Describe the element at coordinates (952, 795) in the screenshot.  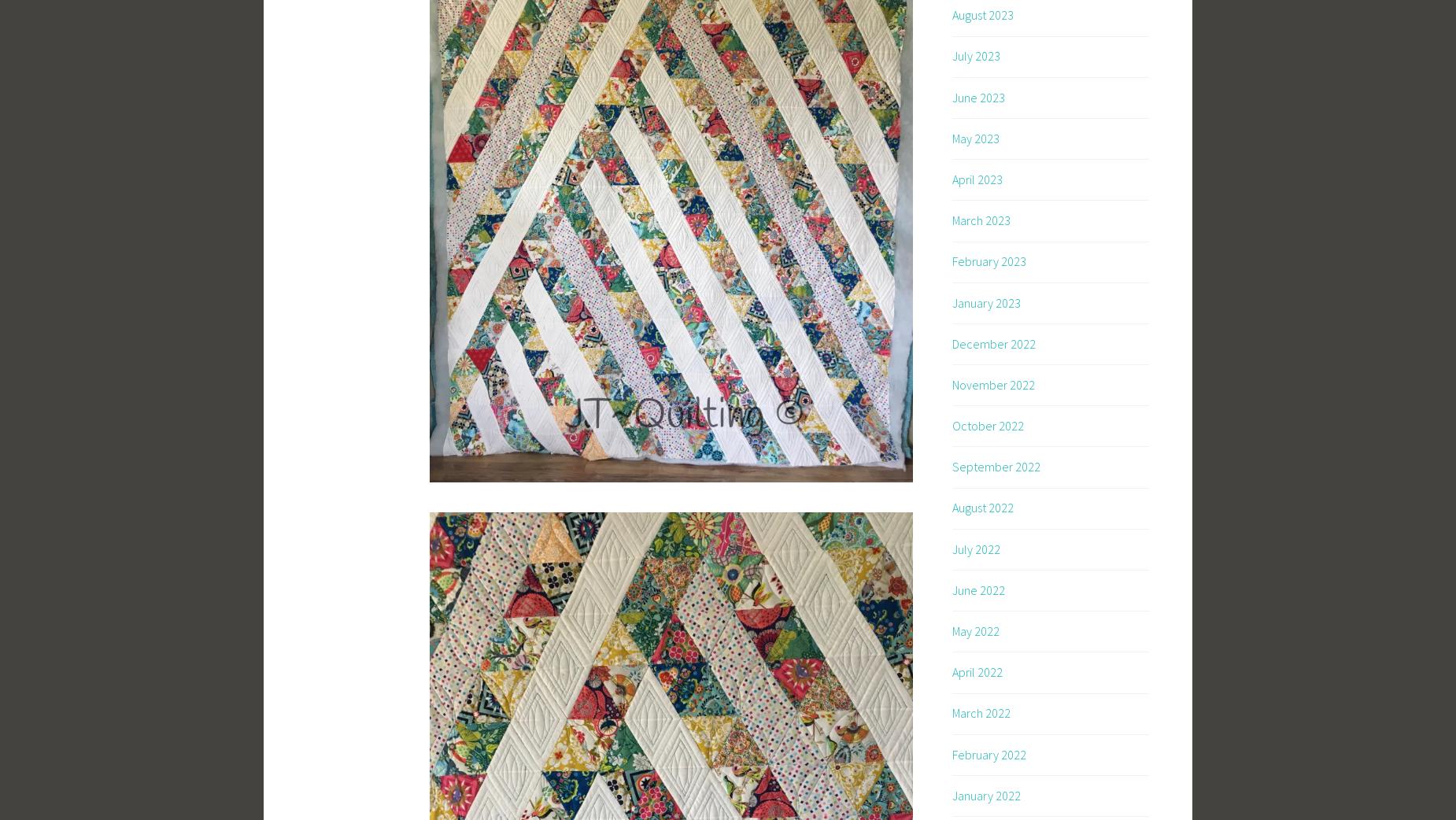
I see `'January 2022'` at that location.